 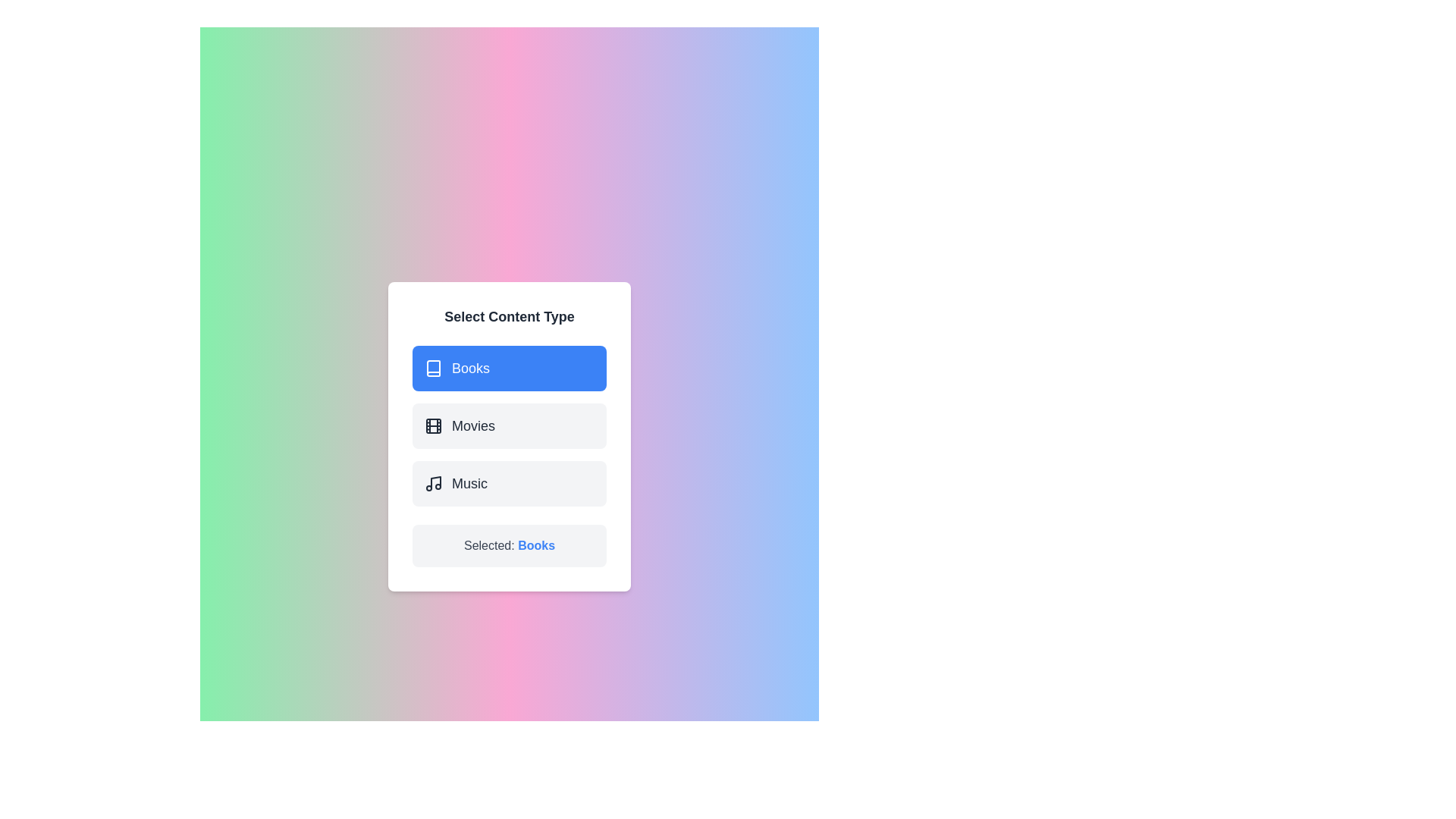 I want to click on the 'Books' text label, which is displayed in bold white font on a blue background, located inside a blue button at the top of a list, so click(x=469, y=369).